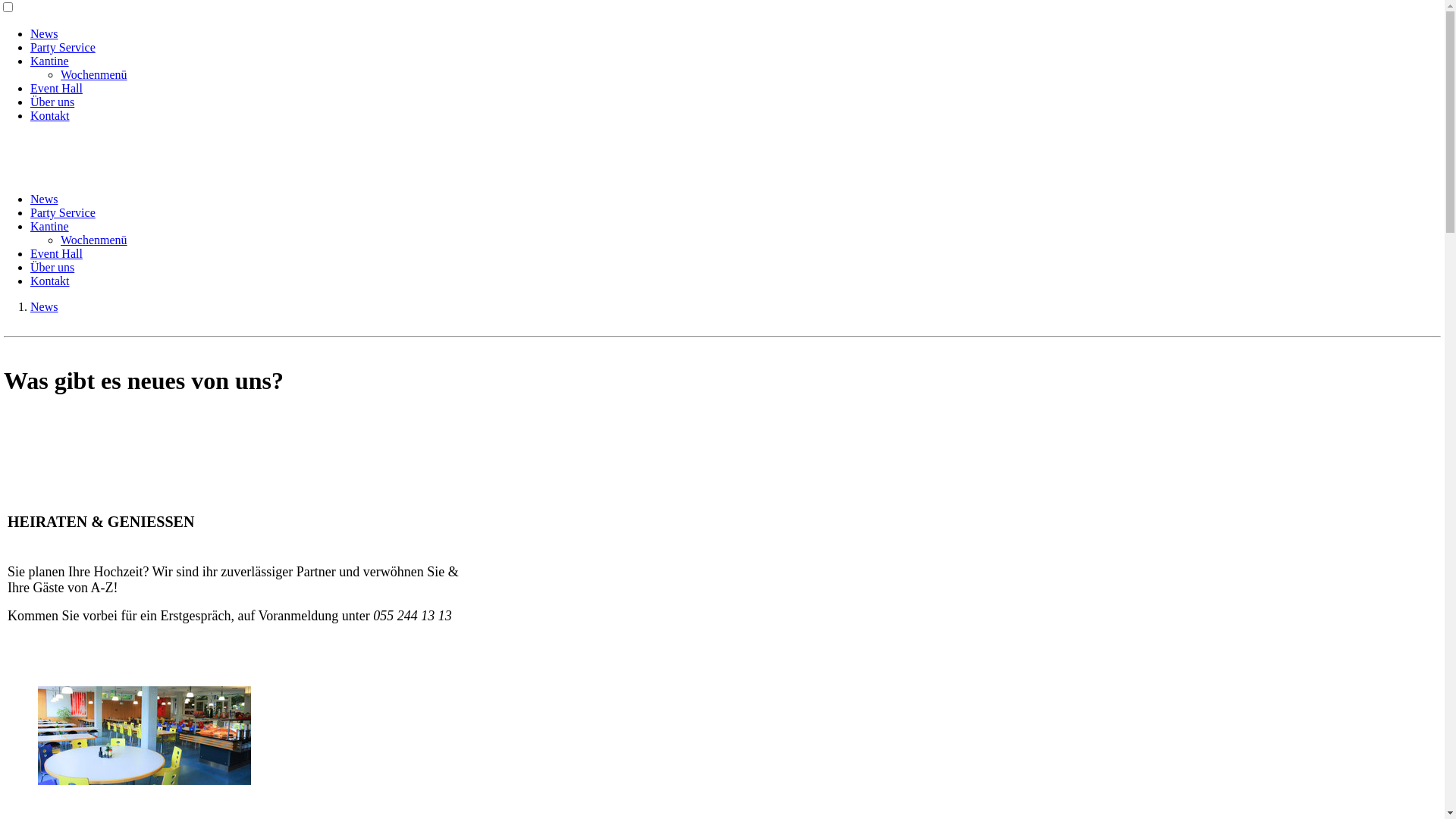 This screenshot has width=1456, height=819. I want to click on 'News', so click(43, 306).